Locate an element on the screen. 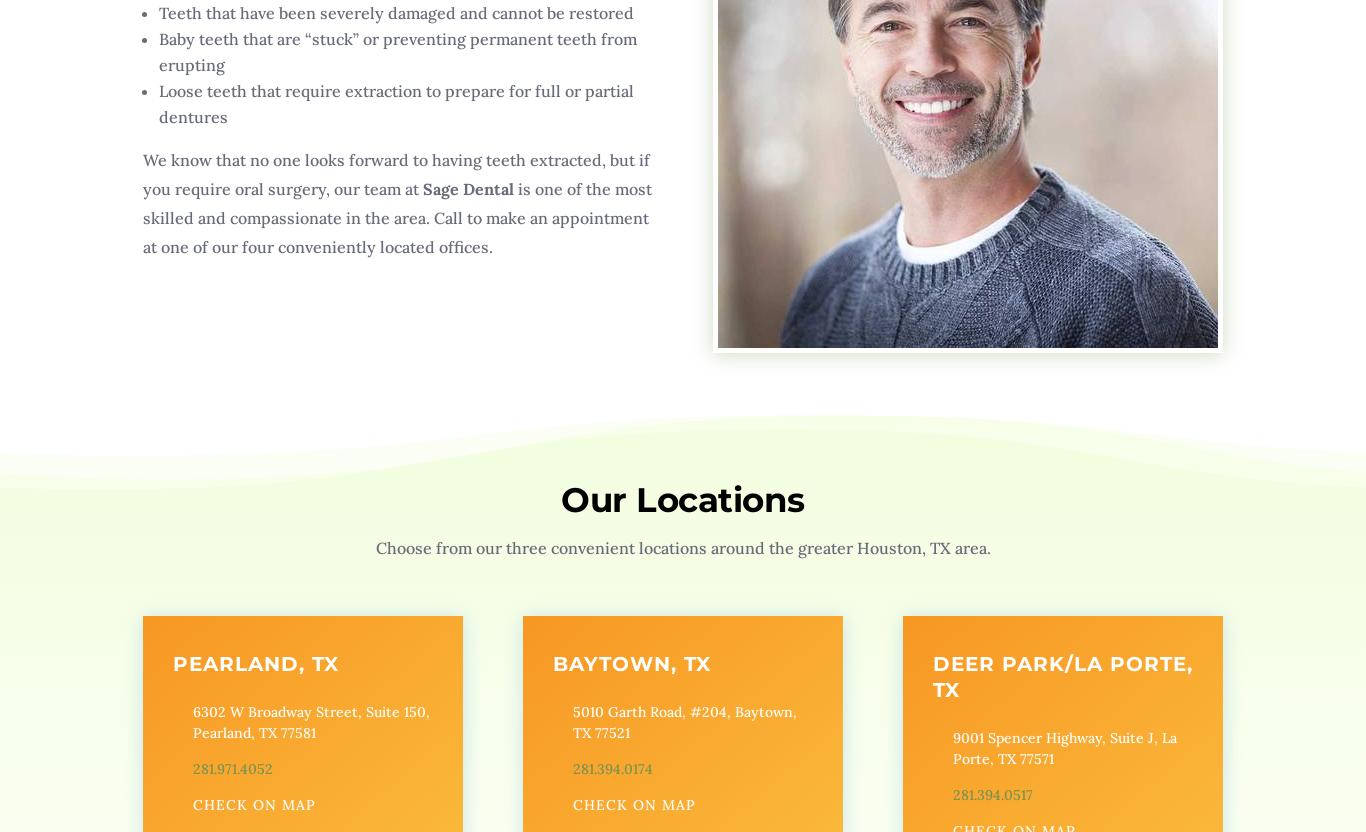  '281.394.0174' is located at coordinates (570, 768).